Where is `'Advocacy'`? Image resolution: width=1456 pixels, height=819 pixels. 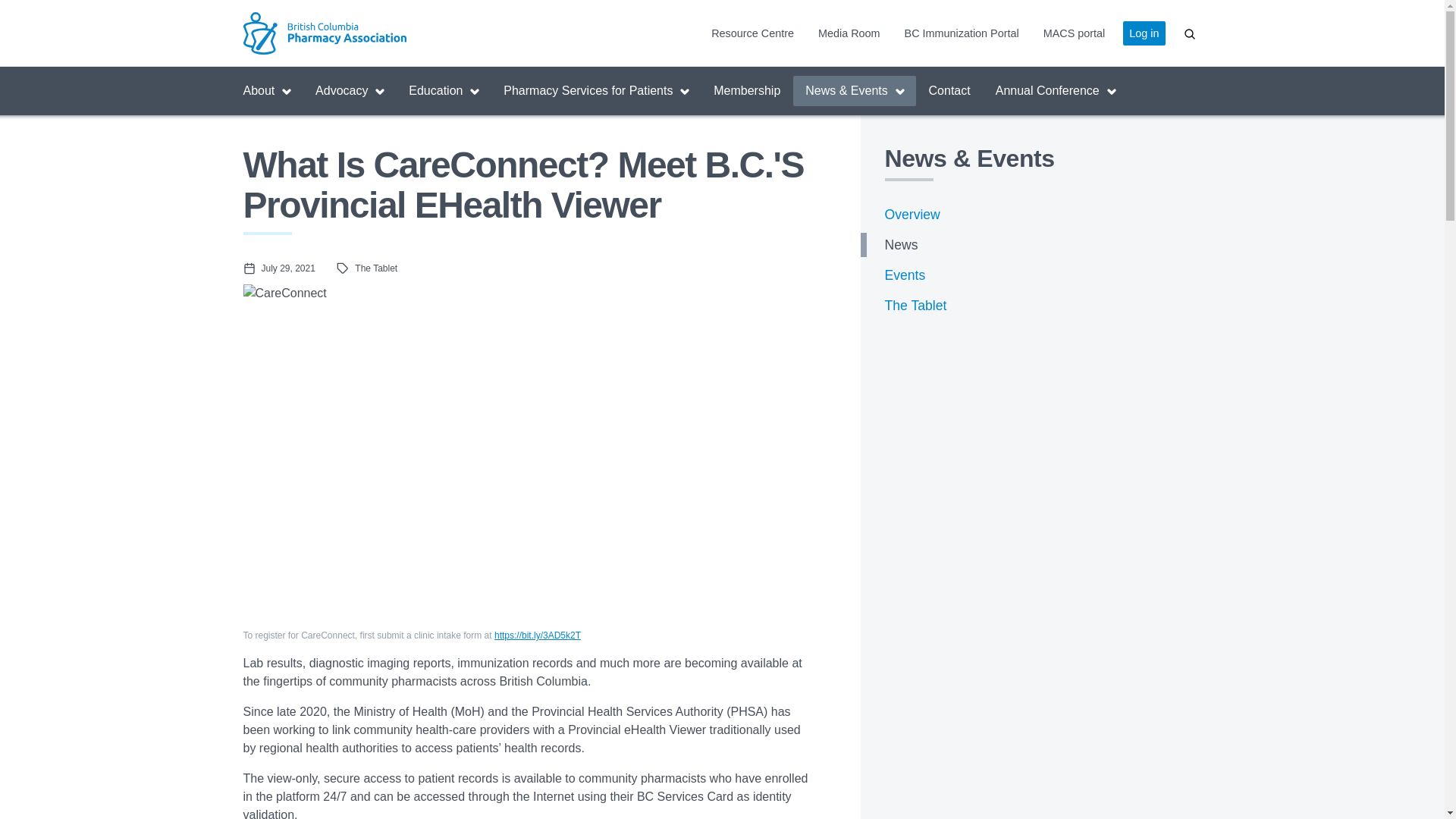 'Advocacy' is located at coordinates (348, 90).